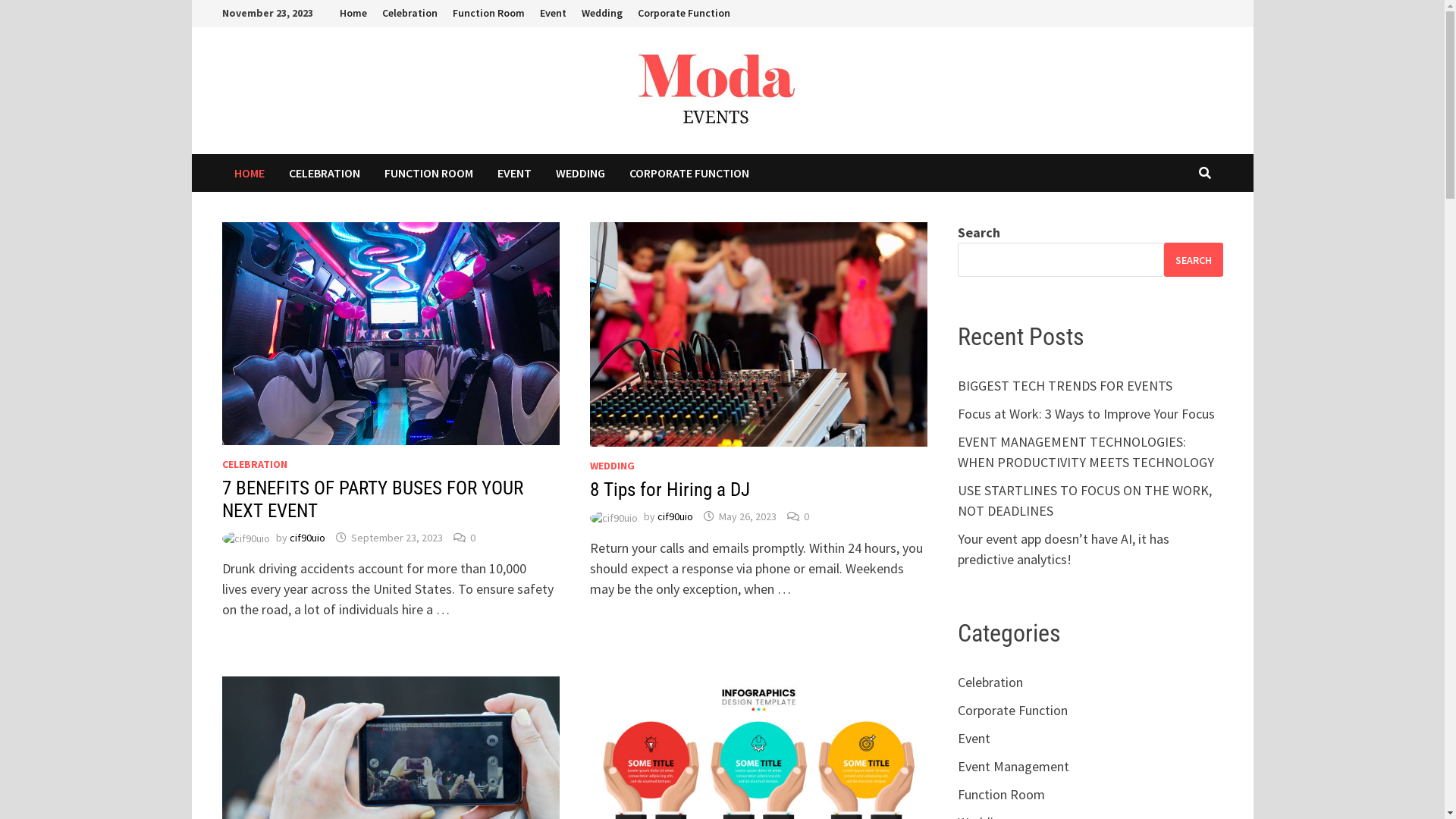 This screenshot has width=1456, height=819. Describe the element at coordinates (443, 13) in the screenshot. I see `'Function Room'` at that location.